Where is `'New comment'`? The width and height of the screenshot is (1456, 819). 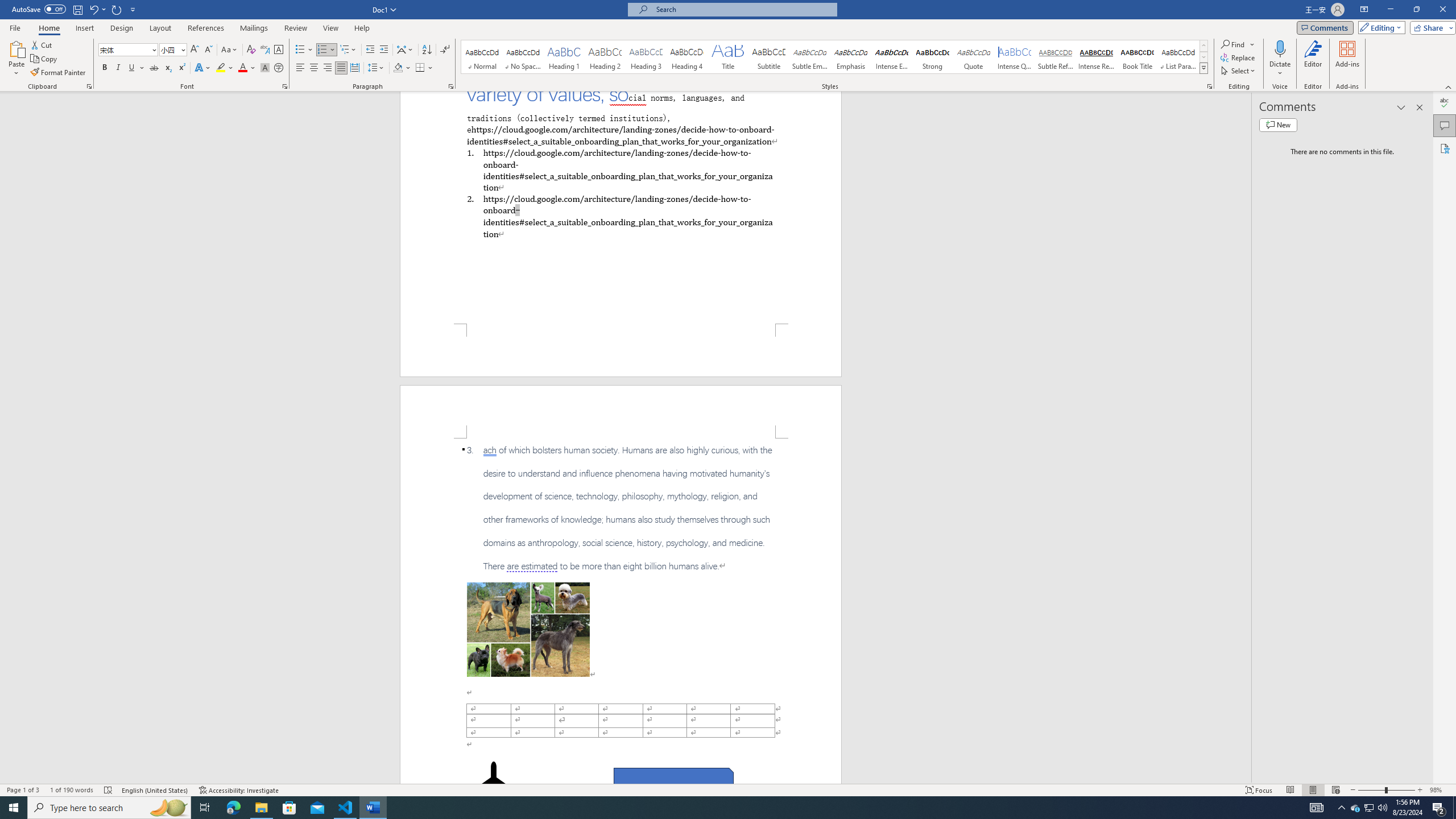 'New comment' is located at coordinates (1277, 124).